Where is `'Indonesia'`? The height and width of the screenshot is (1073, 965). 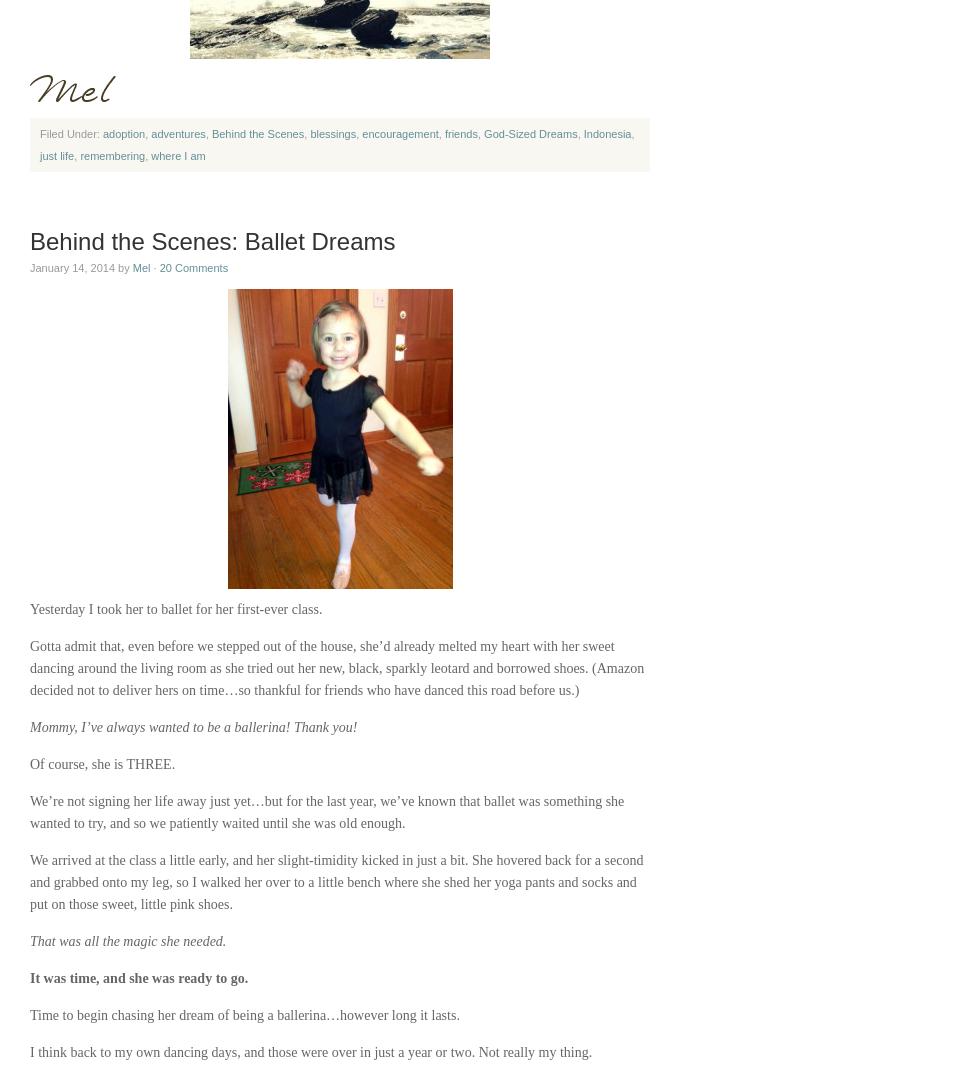
'Indonesia' is located at coordinates (605, 133).